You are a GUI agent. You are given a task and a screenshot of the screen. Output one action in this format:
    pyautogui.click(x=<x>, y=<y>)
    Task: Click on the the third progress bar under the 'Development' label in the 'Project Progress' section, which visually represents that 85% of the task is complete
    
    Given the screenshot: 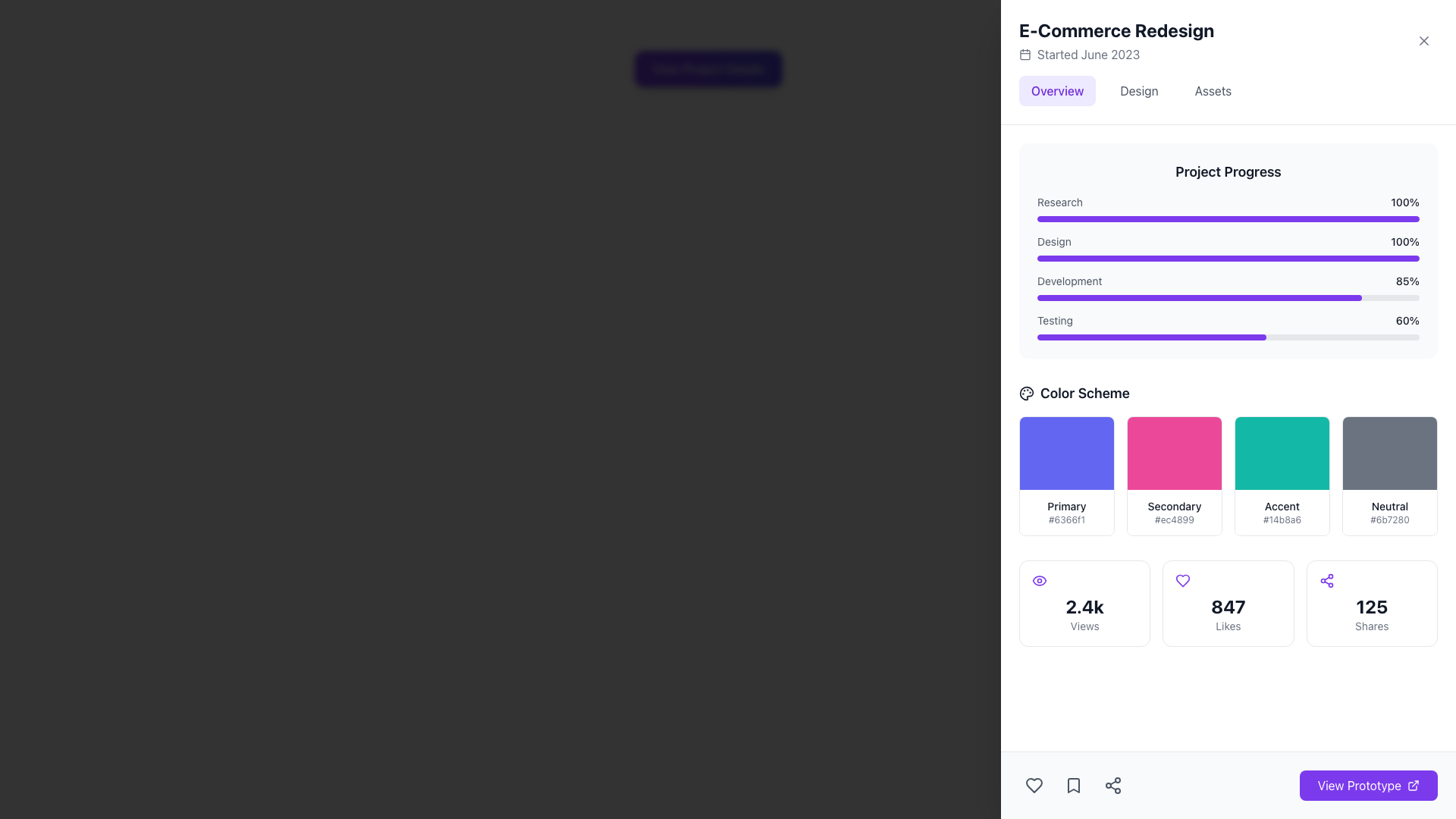 What is the action you would take?
    pyautogui.click(x=1228, y=298)
    